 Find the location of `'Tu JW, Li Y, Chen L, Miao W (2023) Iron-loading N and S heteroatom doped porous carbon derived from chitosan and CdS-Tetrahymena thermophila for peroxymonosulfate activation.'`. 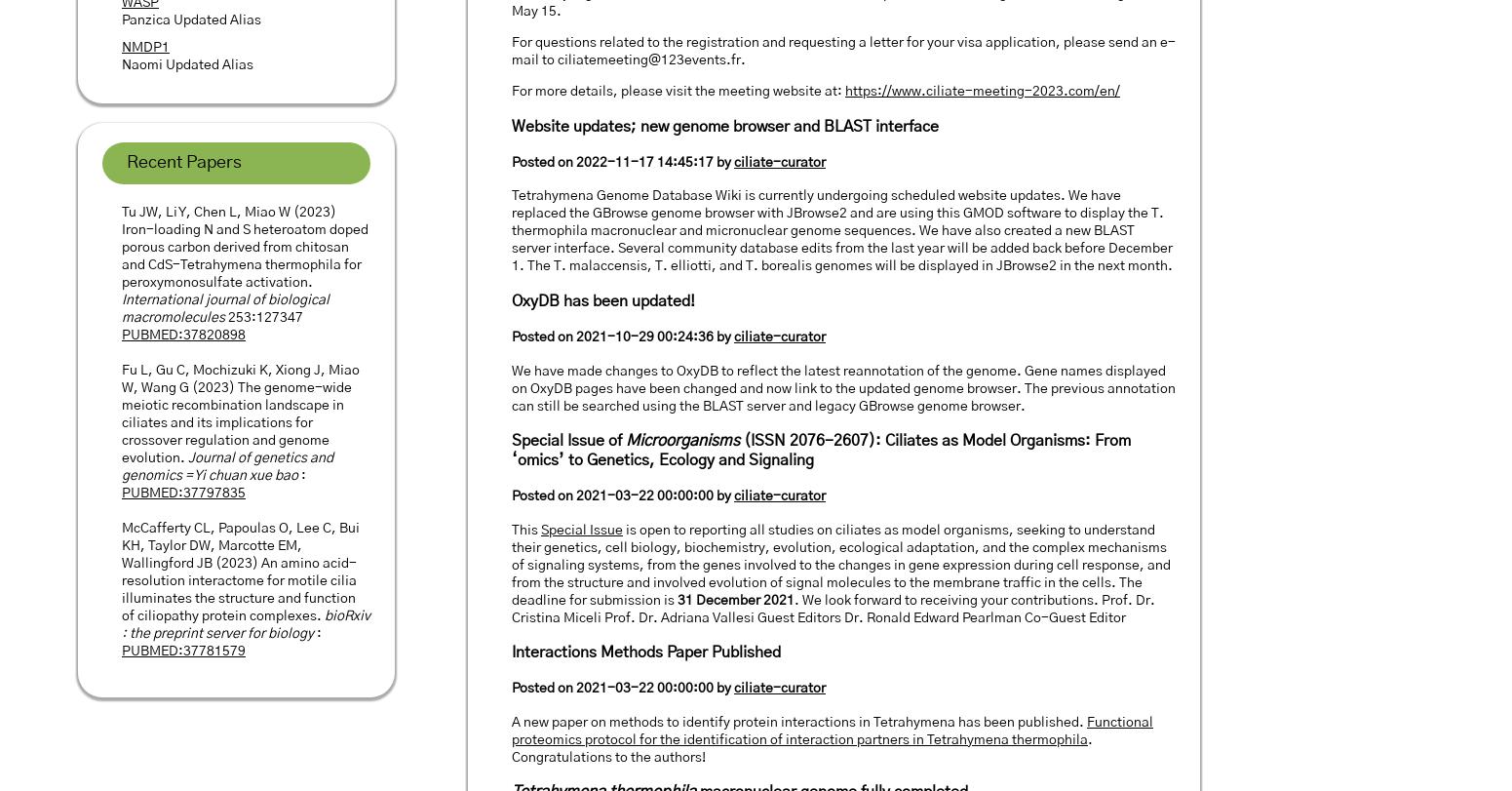

'Tu JW, Li Y, Chen L, Miao W (2023) Iron-loading N and S heteroatom doped porous carbon derived from chitosan and CdS-Tetrahymena thermophila for peroxymonosulfate activation.' is located at coordinates (122, 248).